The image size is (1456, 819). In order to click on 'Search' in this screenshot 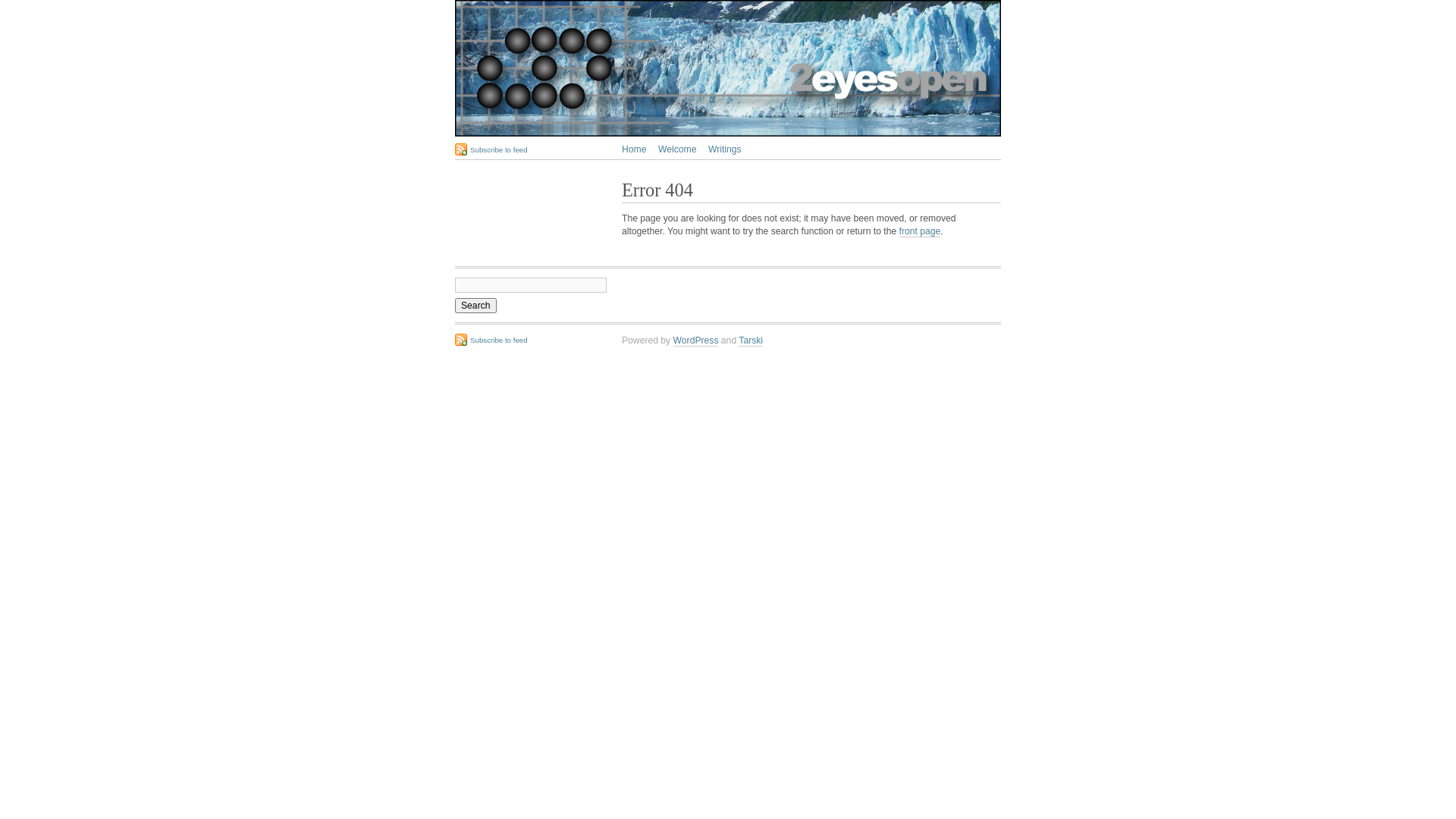, I will do `click(454, 305)`.